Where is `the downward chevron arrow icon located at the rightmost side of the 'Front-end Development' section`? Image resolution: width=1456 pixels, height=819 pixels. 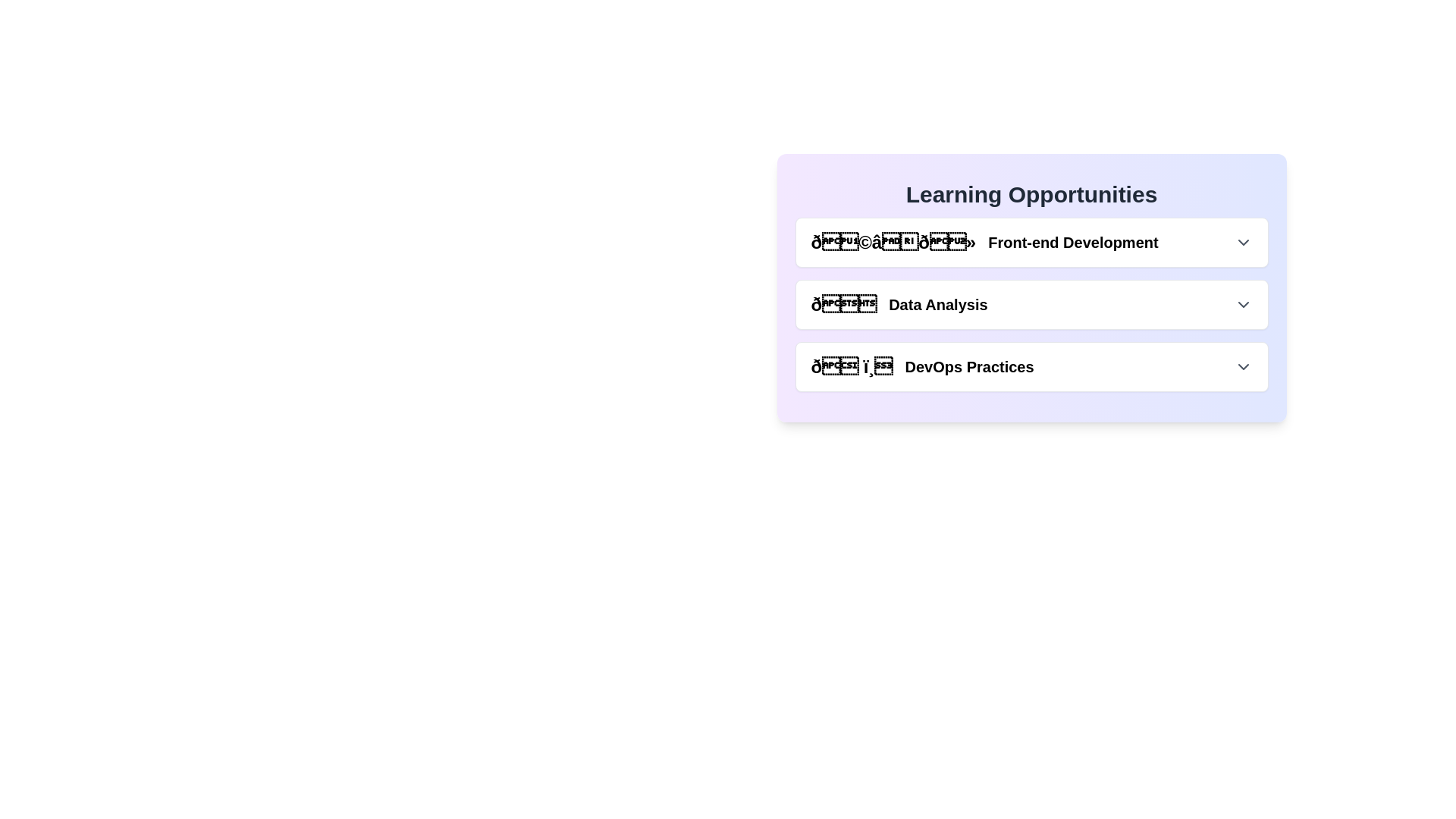 the downward chevron arrow icon located at the rightmost side of the 'Front-end Development' section is located at coordinates (1243, 242).